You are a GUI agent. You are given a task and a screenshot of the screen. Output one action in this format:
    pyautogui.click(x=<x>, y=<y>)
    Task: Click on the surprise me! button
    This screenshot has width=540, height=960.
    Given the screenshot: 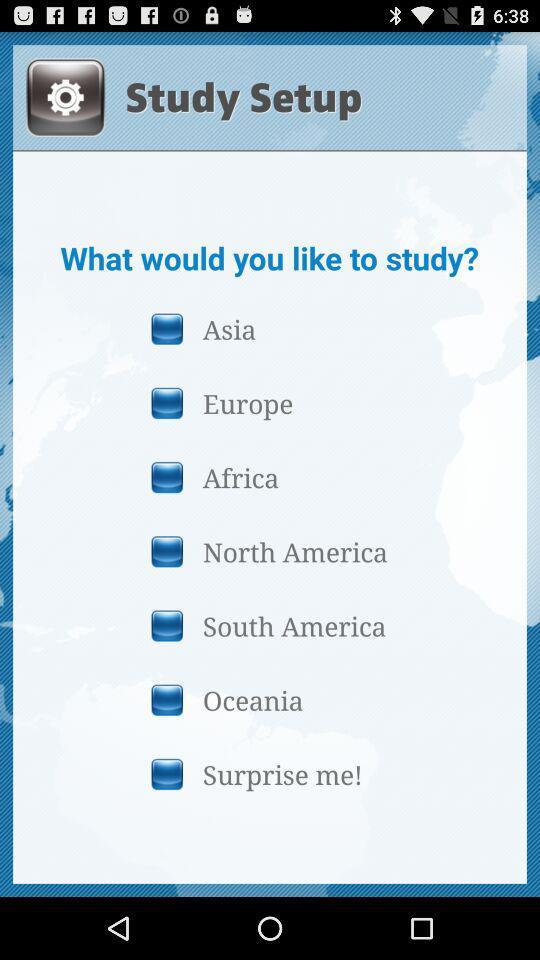 What is the action you would take?
    pyautogui.click(x=269, y=773)
    